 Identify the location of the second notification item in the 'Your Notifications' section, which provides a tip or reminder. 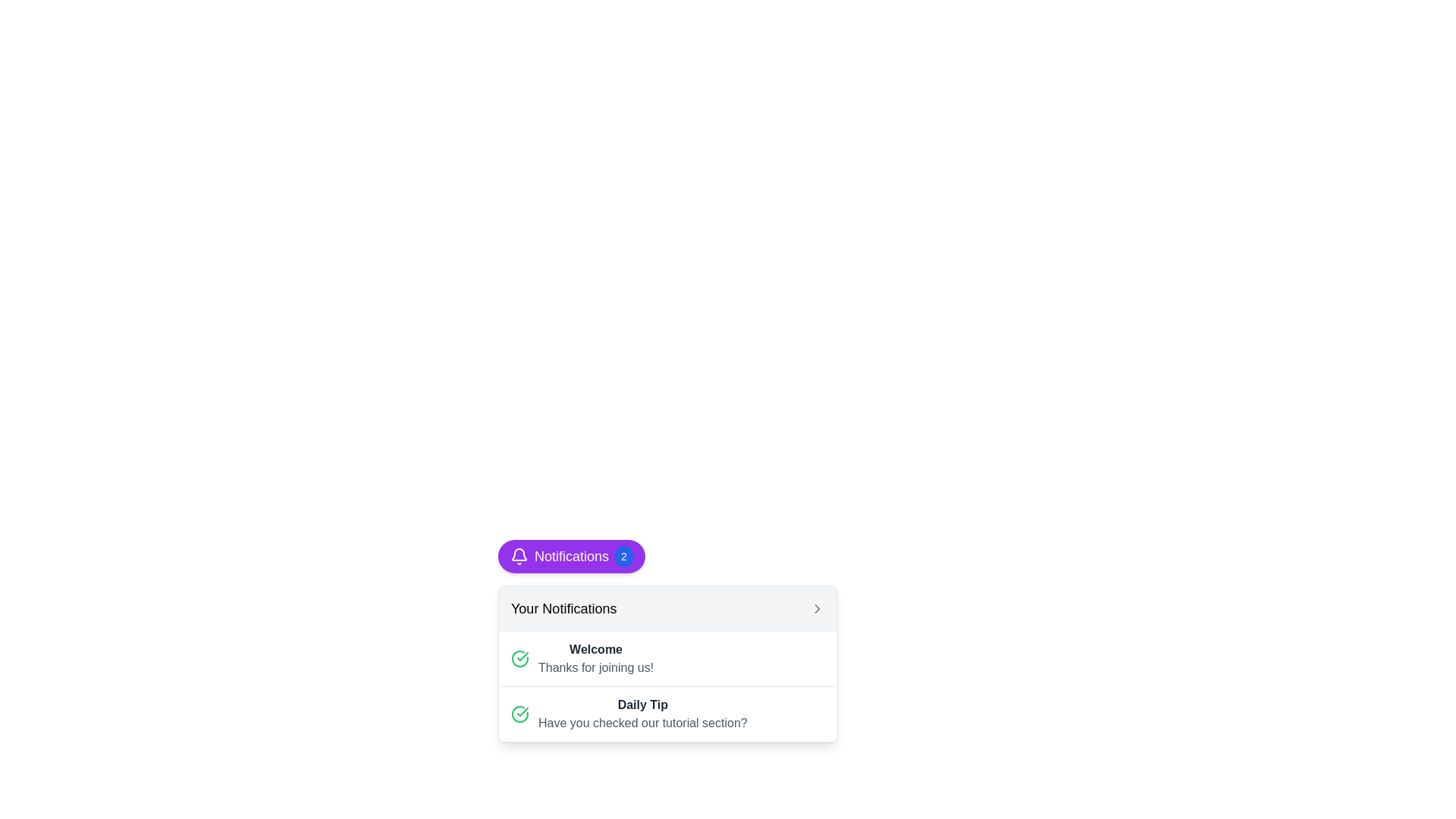
(667, 714).